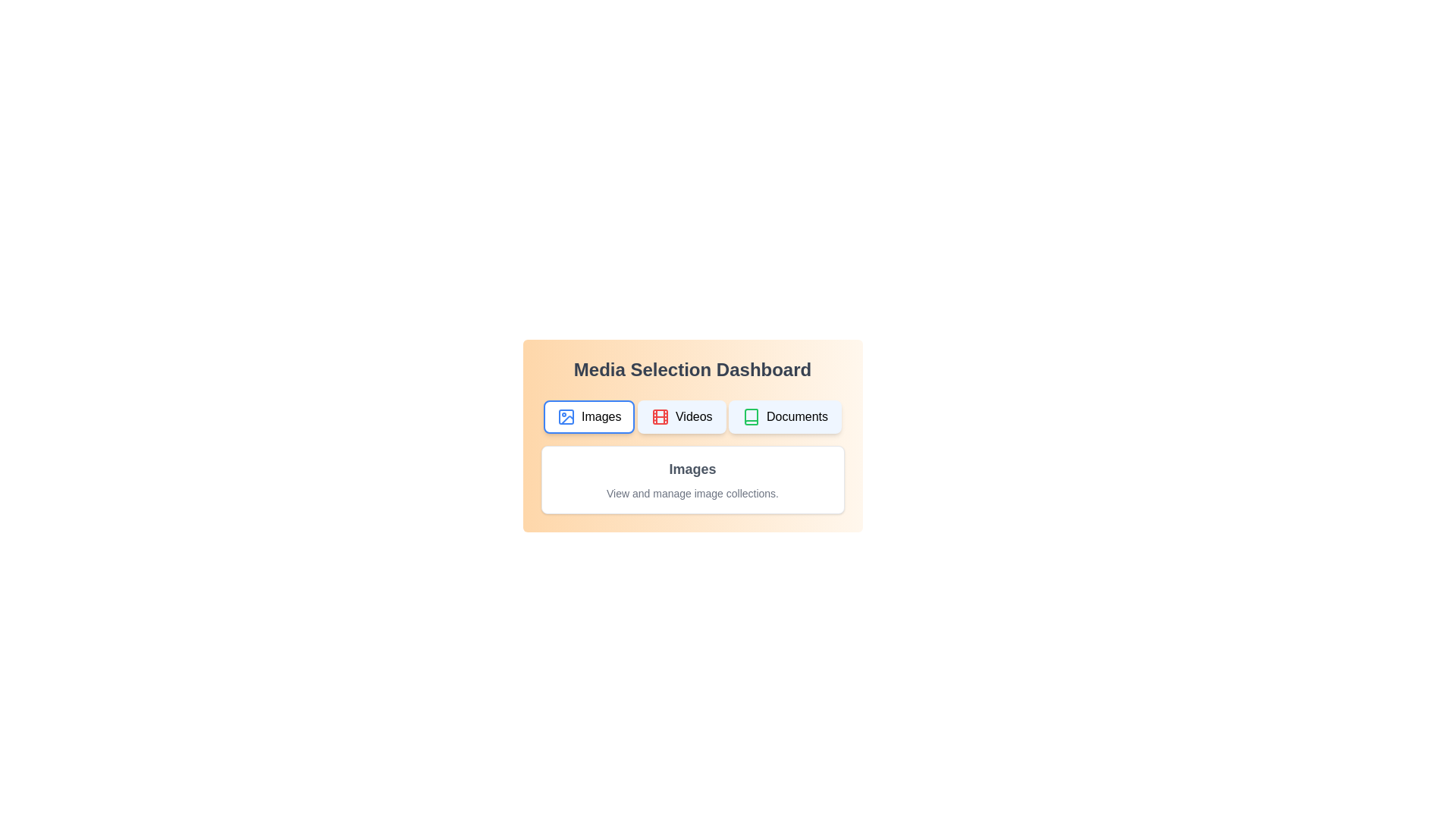  I want to click on the navigation button on the far left of the first row in the Media Selection Dashboard, so click(588, 417).